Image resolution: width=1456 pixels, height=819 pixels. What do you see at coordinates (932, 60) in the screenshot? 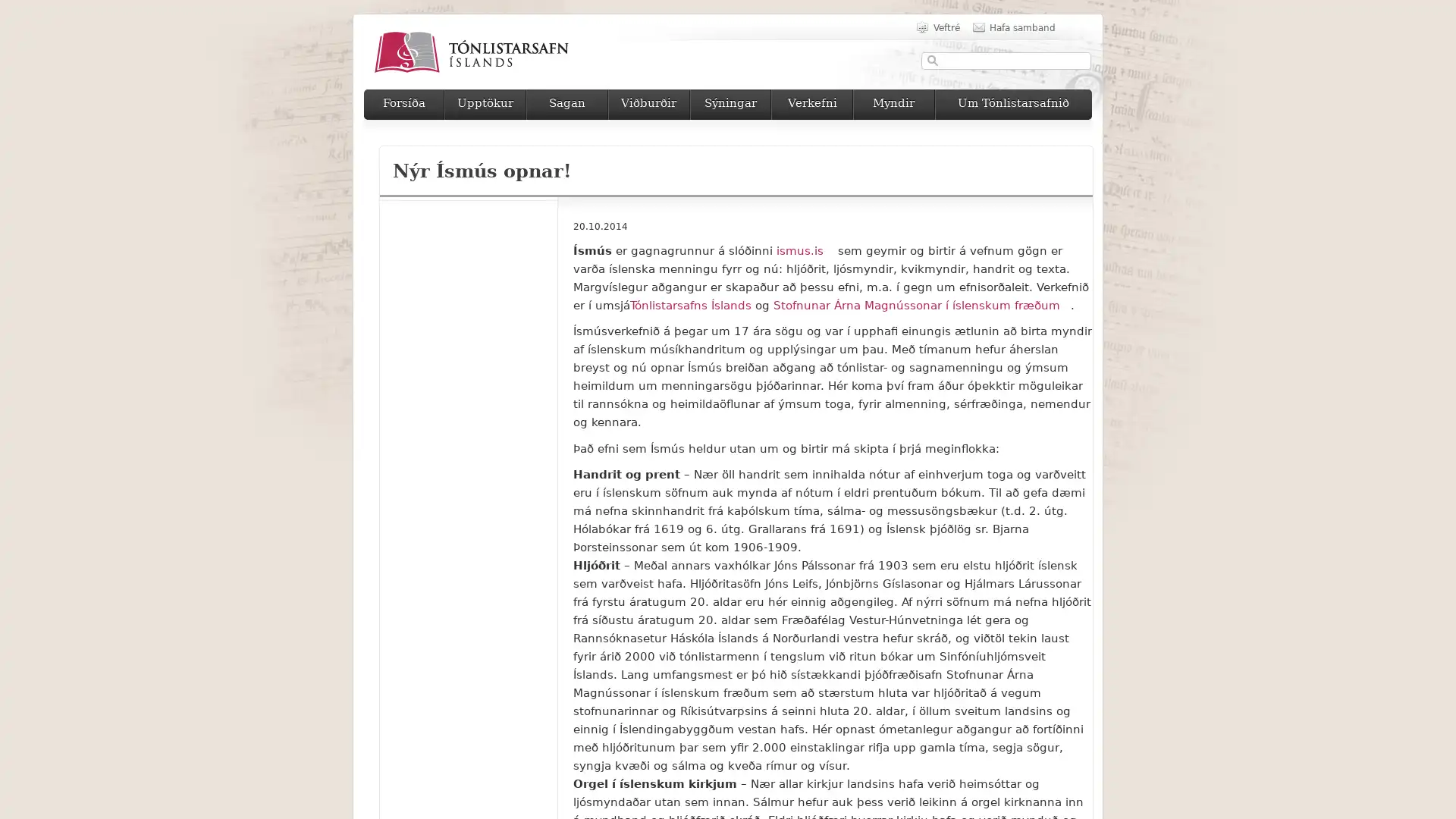
I see `Leita` at bounding box center [932, 60].